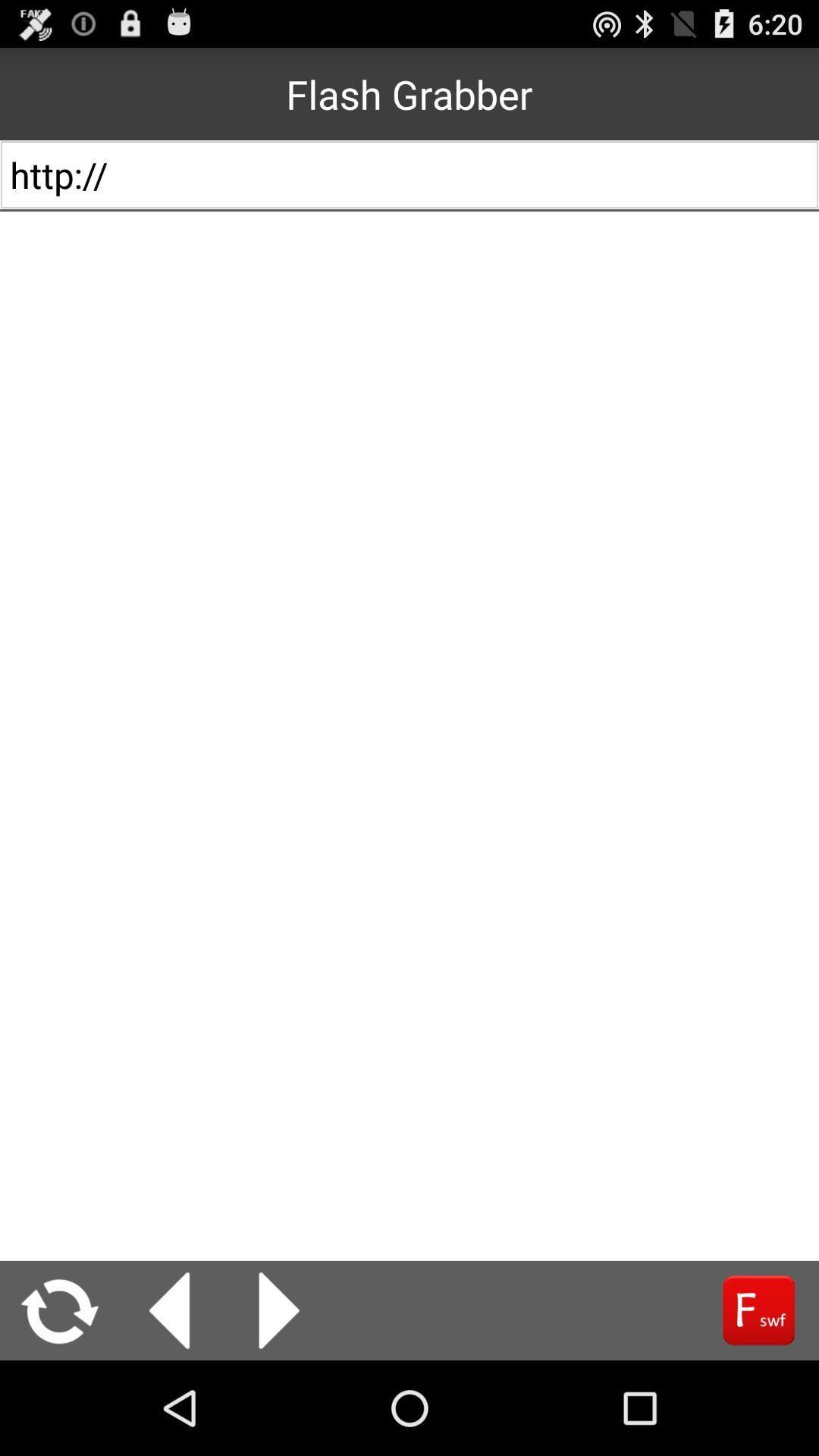 The height and width of the screenshot is (1456, 819). What do you see at coordinates (279, 1310) in the screenshot?
I see `next page` at bounding box center [279, 1310].